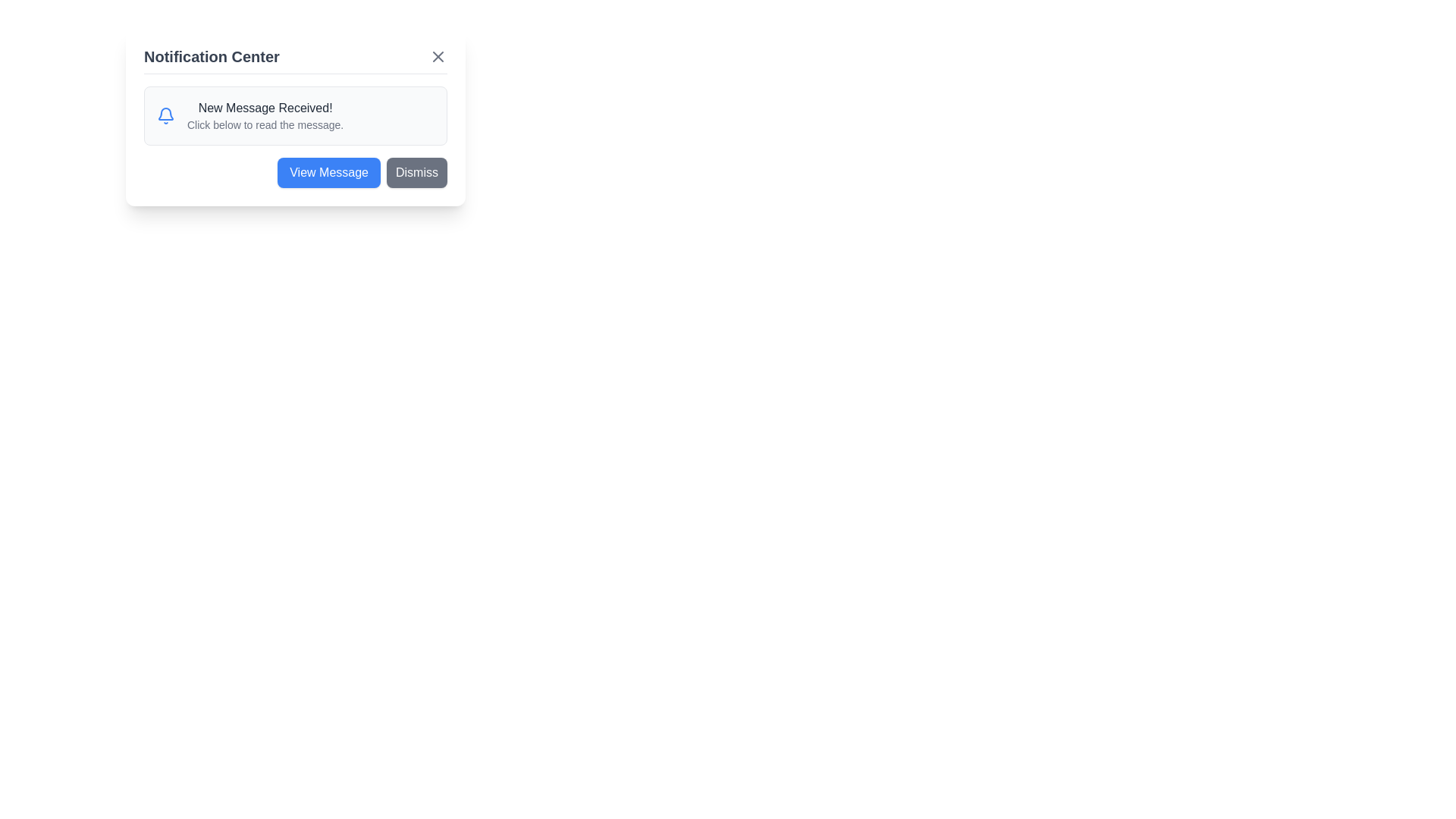 The image size is (1456, 819). Describe the element at coordinates (265, 124) in the screenshot. I see `the text label that provides guidance to the user, which is positioned below the 'New Message Received!' title in the notification card` at that location.